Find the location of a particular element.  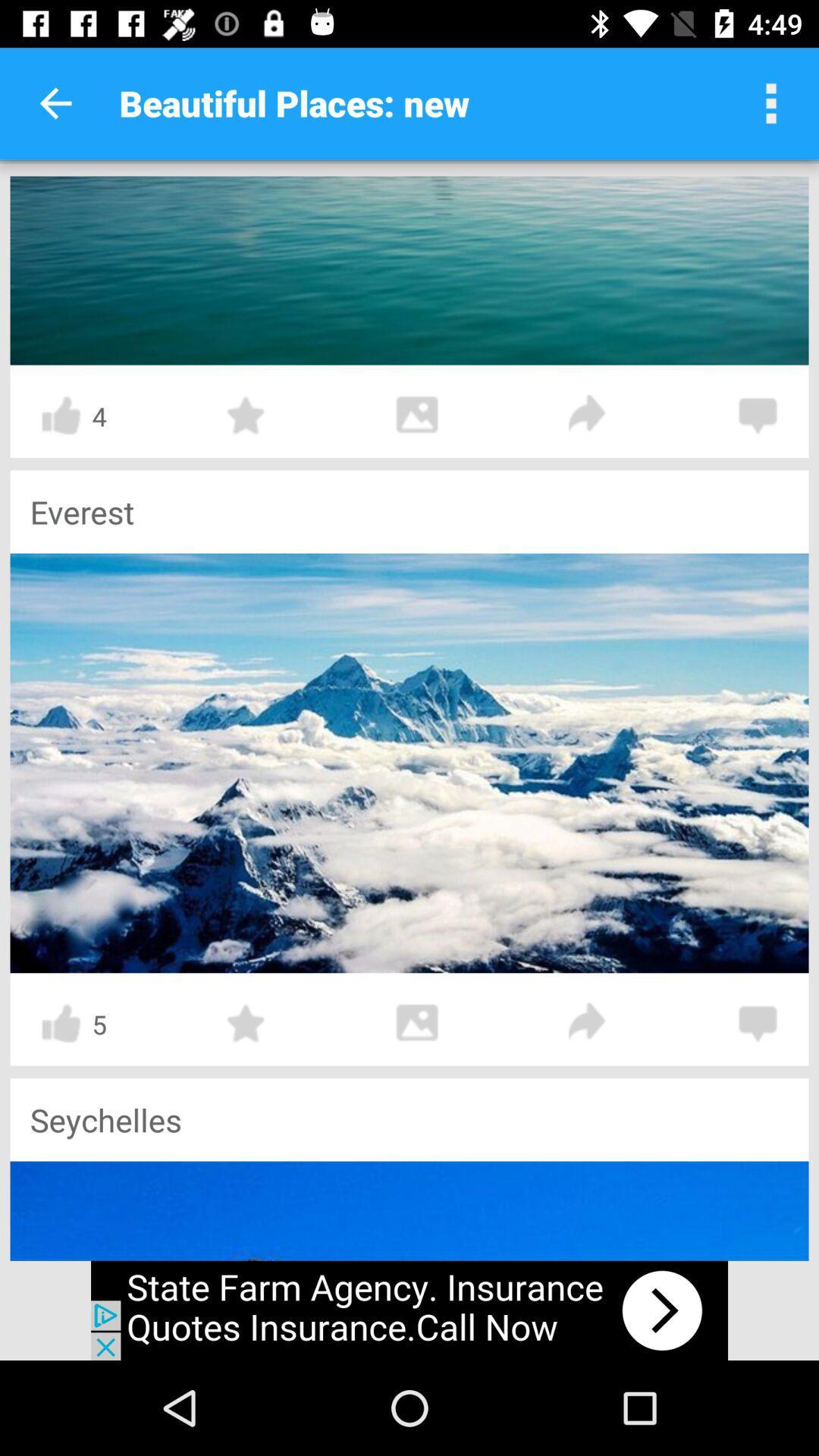

switch forward option is located at coordinates (587, 1023).